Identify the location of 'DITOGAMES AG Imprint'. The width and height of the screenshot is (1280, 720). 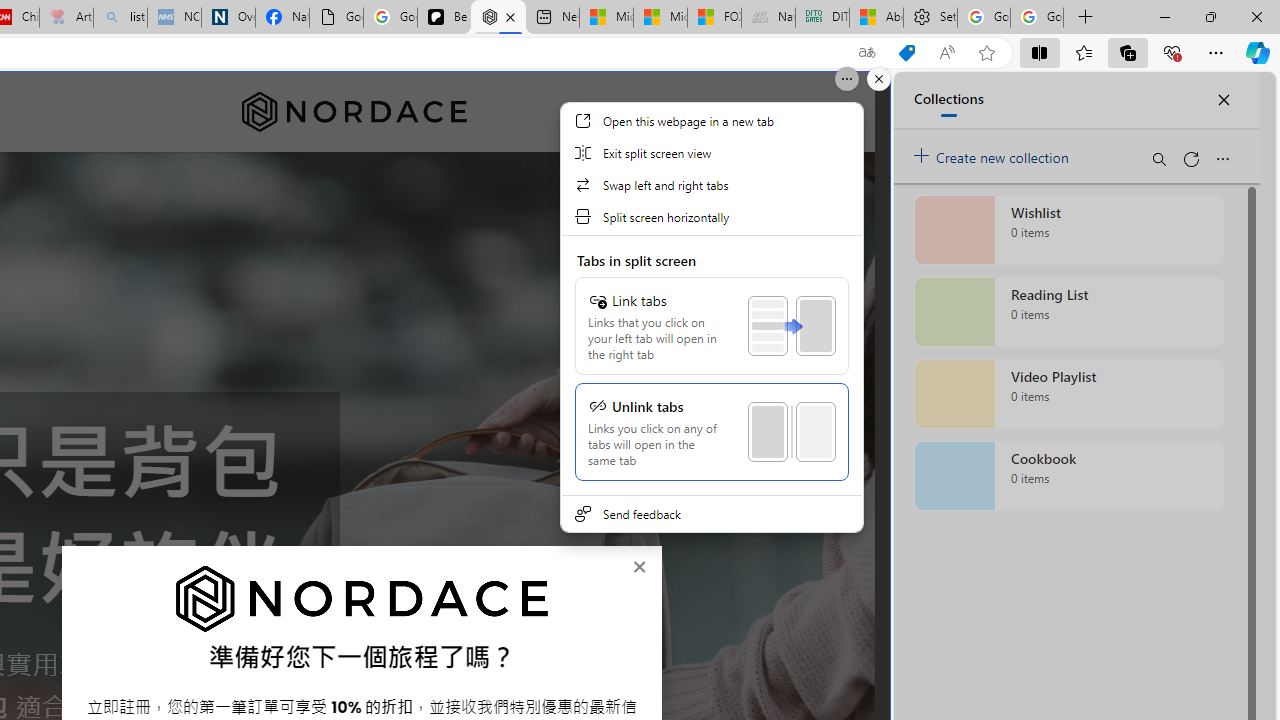
(822, 17).